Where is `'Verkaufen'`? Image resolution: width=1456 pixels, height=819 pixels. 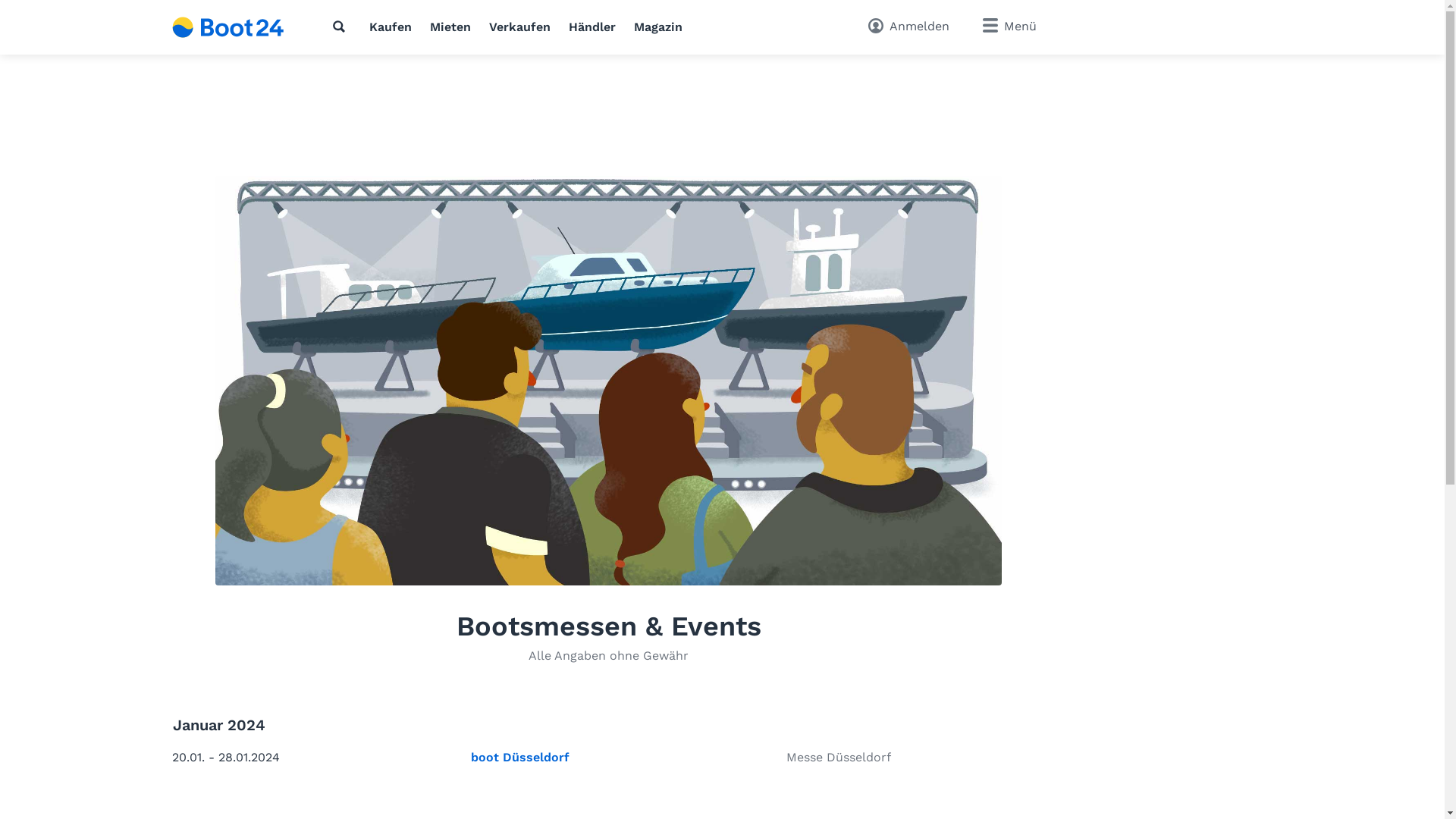
'Verkaufen' is located at coordinates (519, 27).